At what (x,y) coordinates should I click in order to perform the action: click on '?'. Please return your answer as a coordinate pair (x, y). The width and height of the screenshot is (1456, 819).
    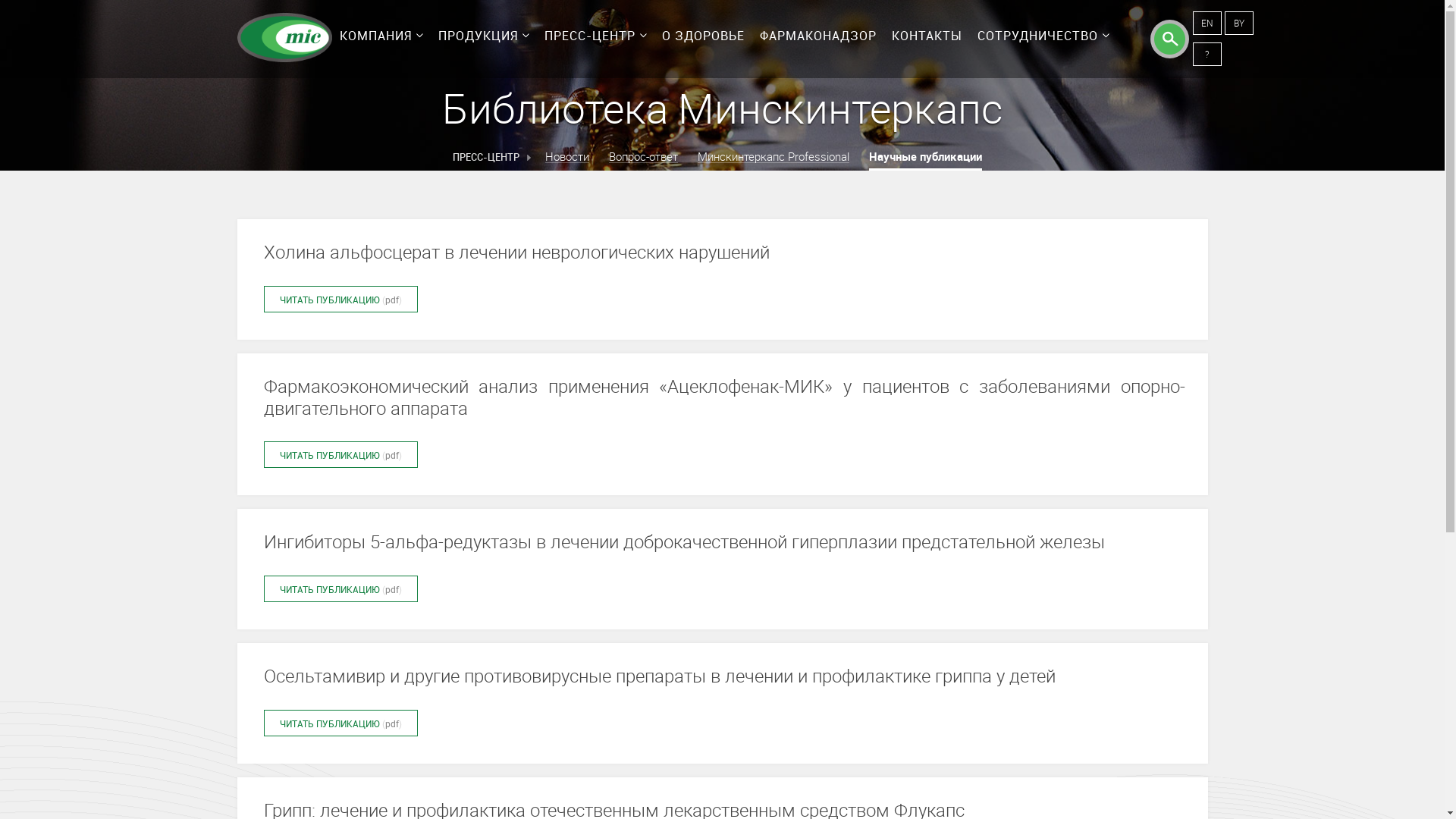
    Looking at the image, I should click on (1191, 53).